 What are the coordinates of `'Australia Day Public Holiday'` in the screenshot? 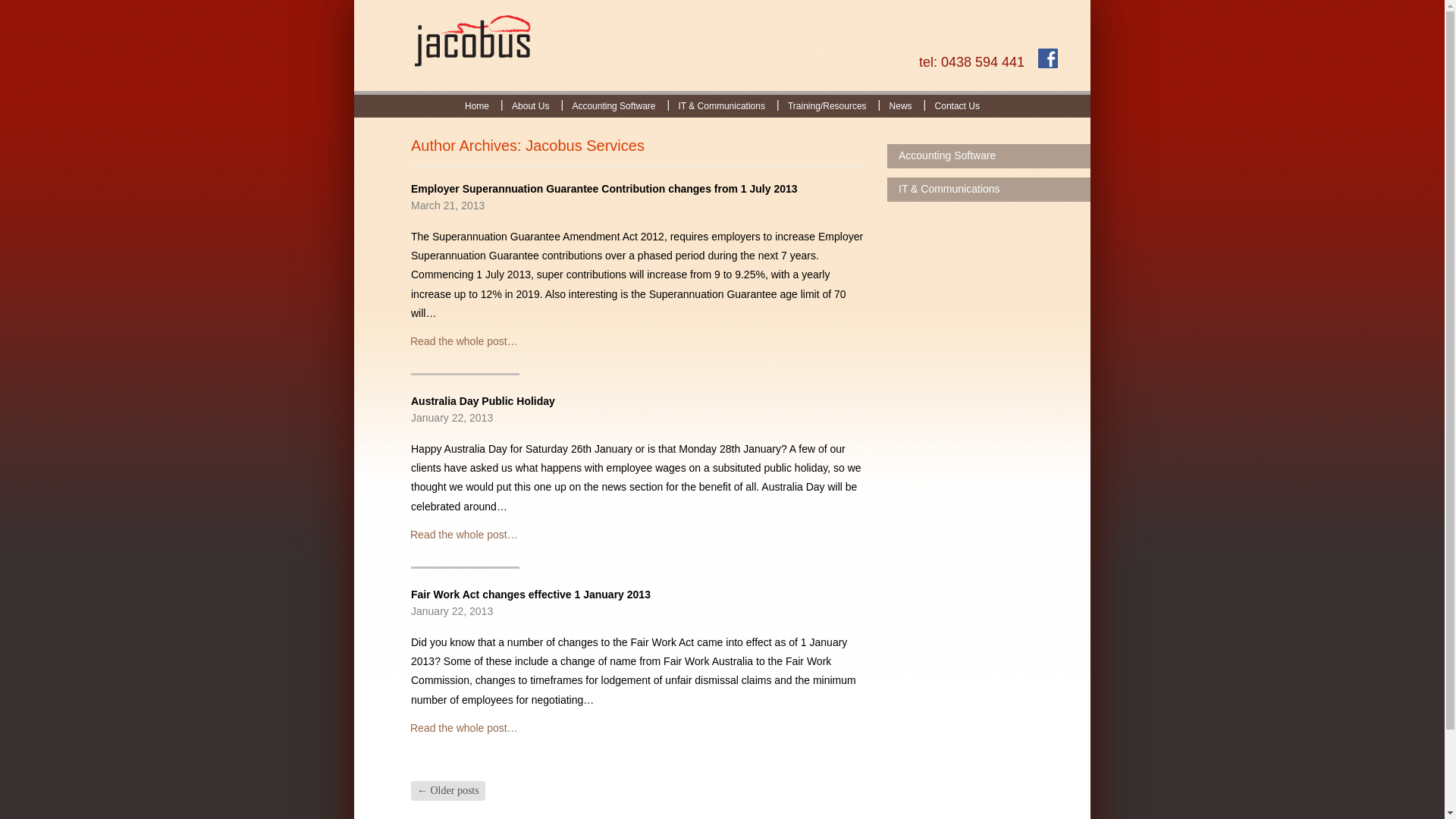 It's located at (482, 400).